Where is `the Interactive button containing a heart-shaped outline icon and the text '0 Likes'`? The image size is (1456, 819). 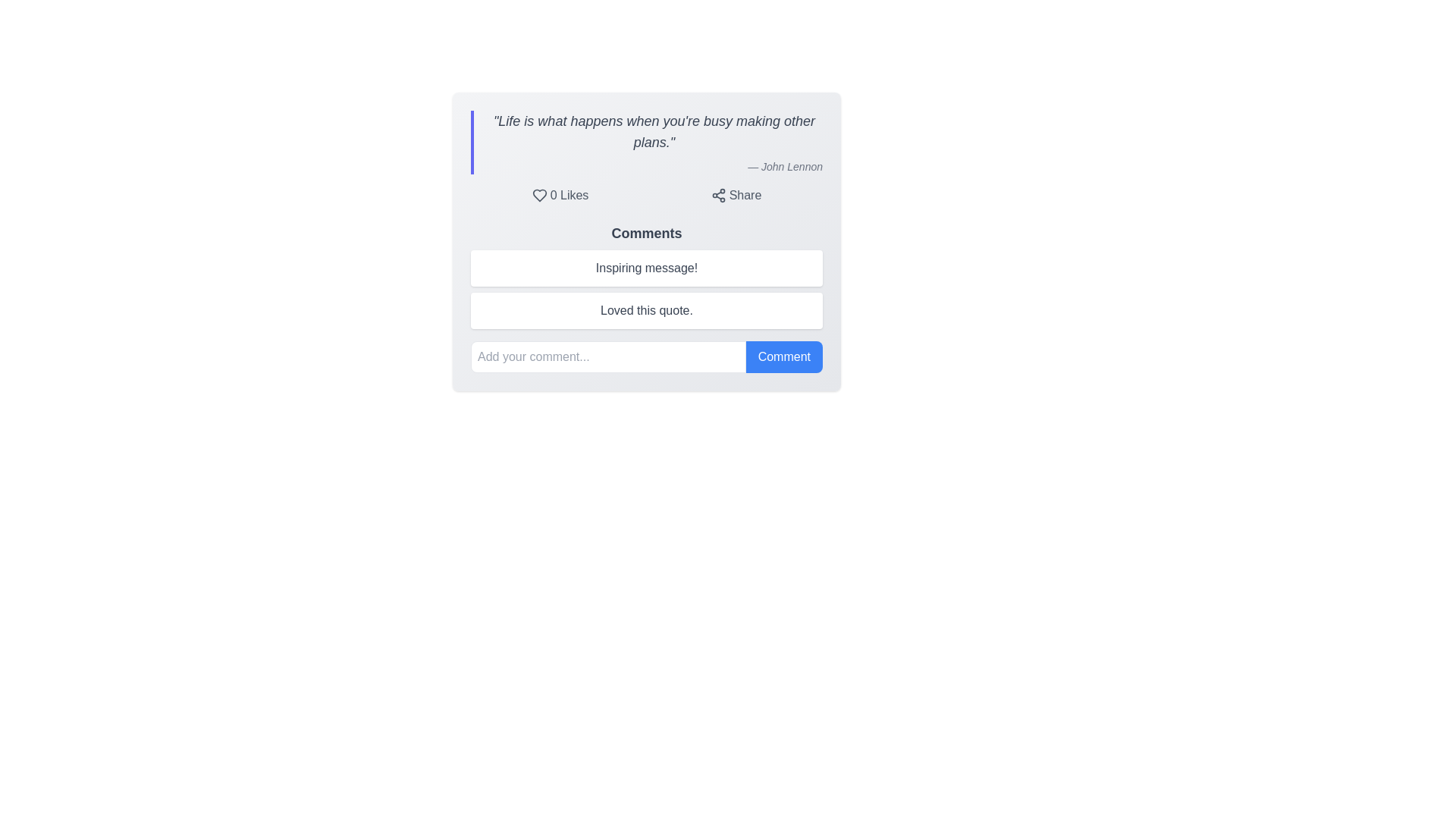 the Interactive button containing a heart-shaped outline icon and the text '0 Likes' is located at coordinates (560, 195).